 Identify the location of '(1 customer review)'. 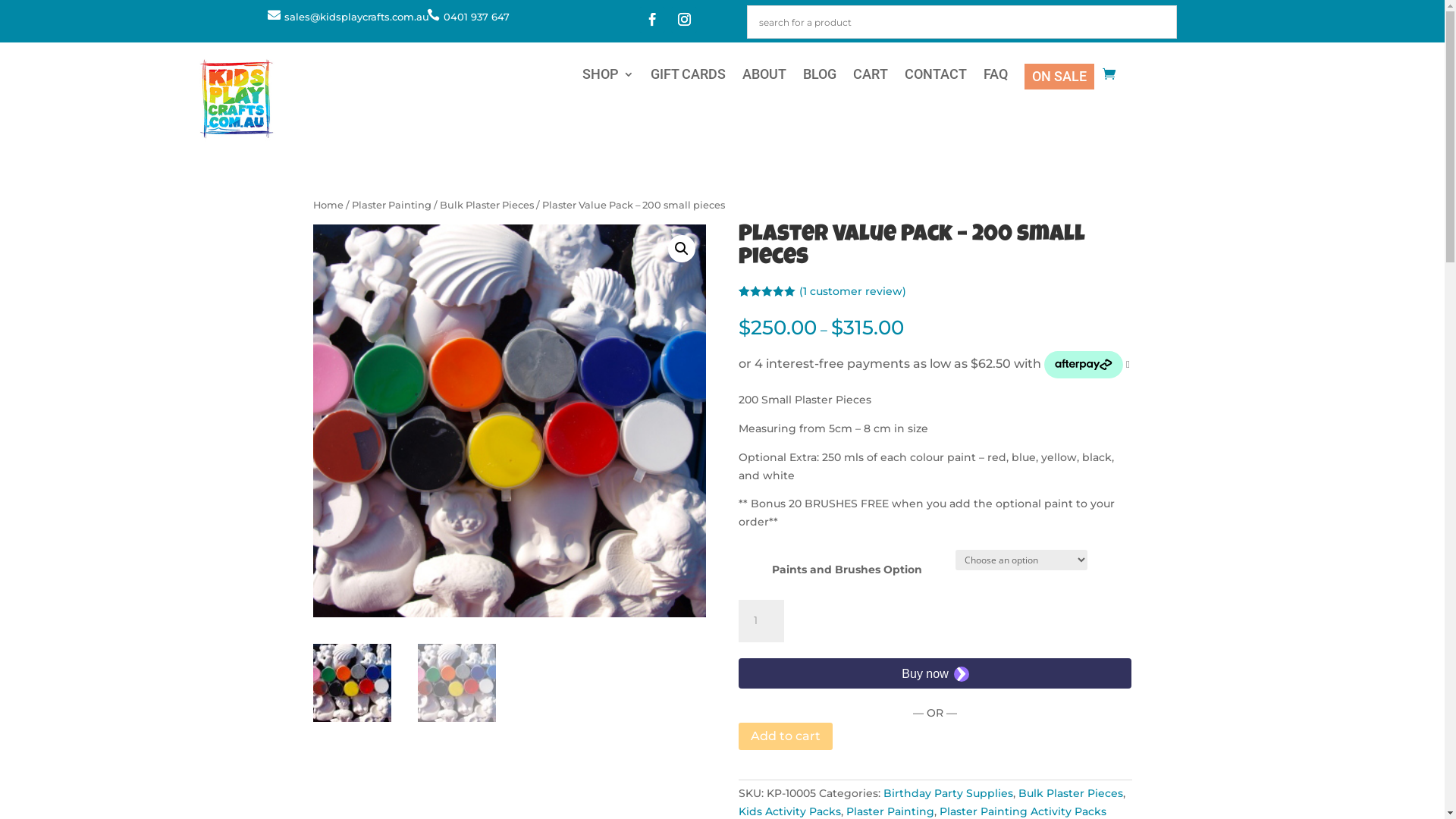
(799, 291).